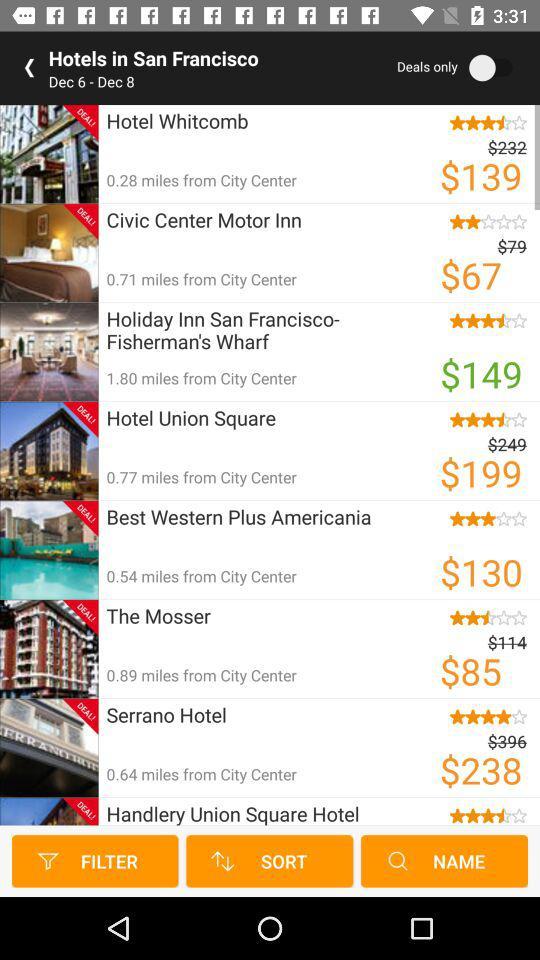 This screenshot has height=960, width=540. I want to click on the sort button, so click(269, 860).